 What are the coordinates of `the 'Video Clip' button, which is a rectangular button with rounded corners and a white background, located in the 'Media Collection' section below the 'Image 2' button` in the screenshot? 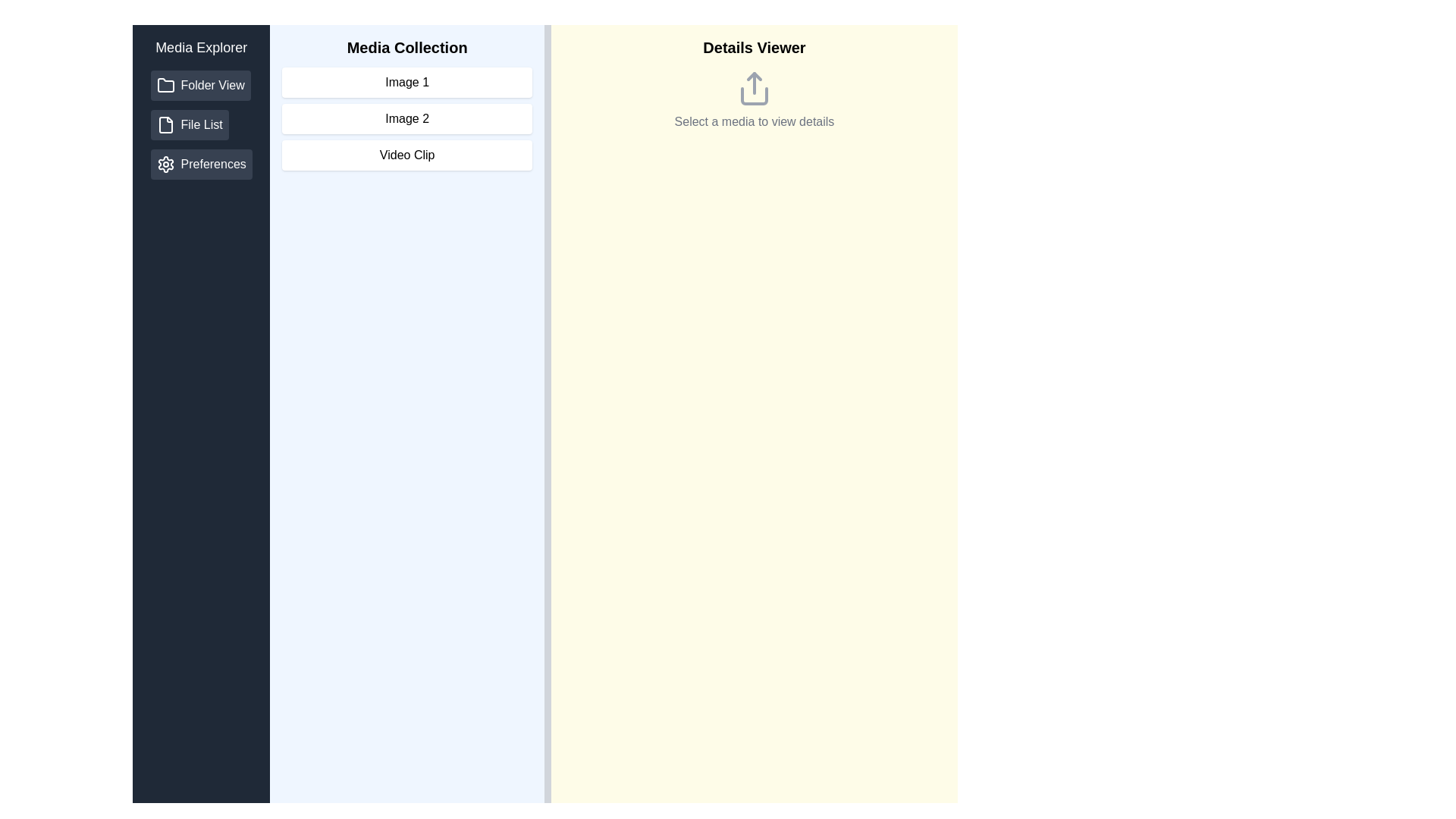 It's located at (407, 155).